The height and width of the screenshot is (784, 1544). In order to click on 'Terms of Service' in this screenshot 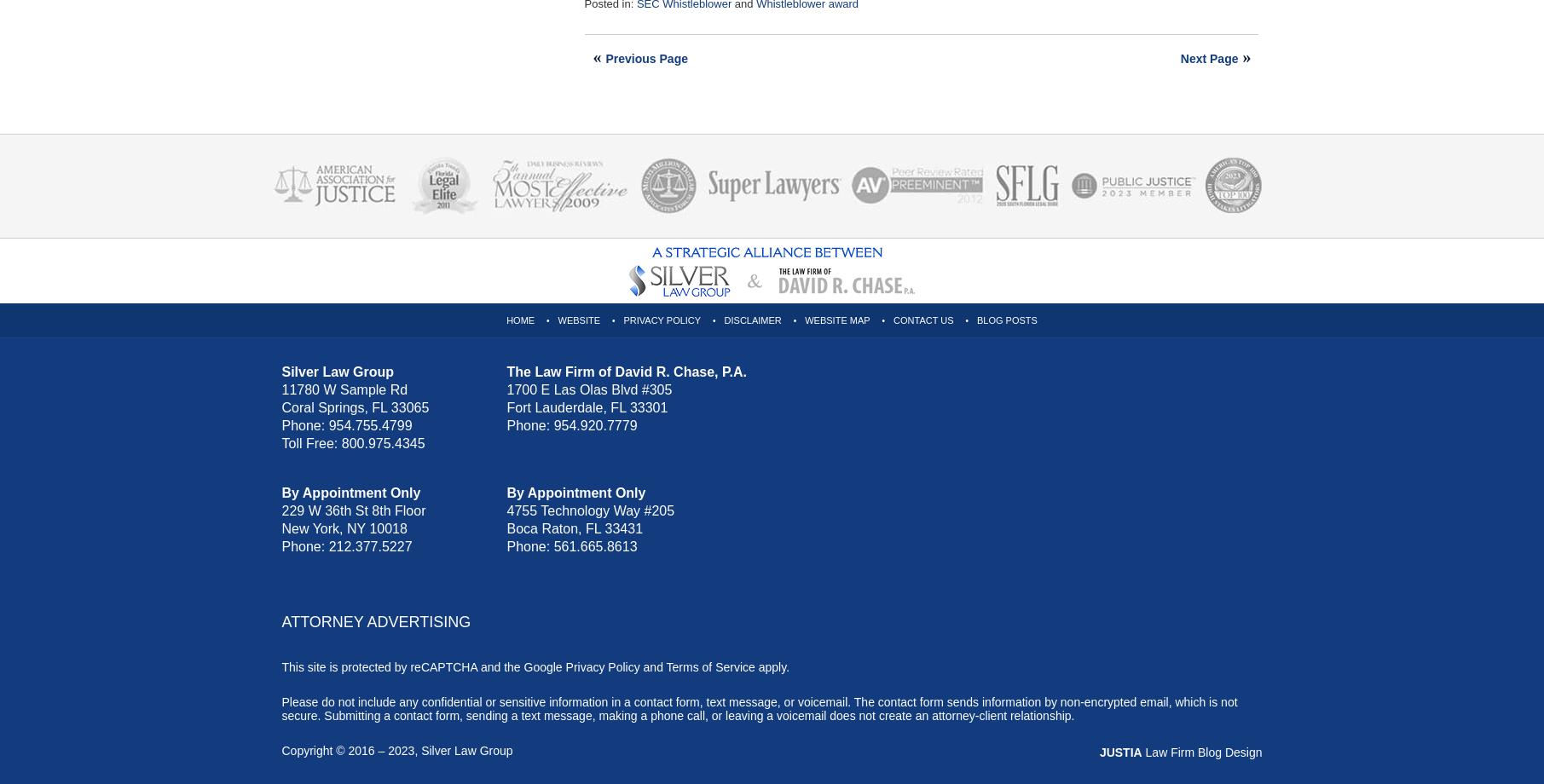, I will do `click(710, 666)`.